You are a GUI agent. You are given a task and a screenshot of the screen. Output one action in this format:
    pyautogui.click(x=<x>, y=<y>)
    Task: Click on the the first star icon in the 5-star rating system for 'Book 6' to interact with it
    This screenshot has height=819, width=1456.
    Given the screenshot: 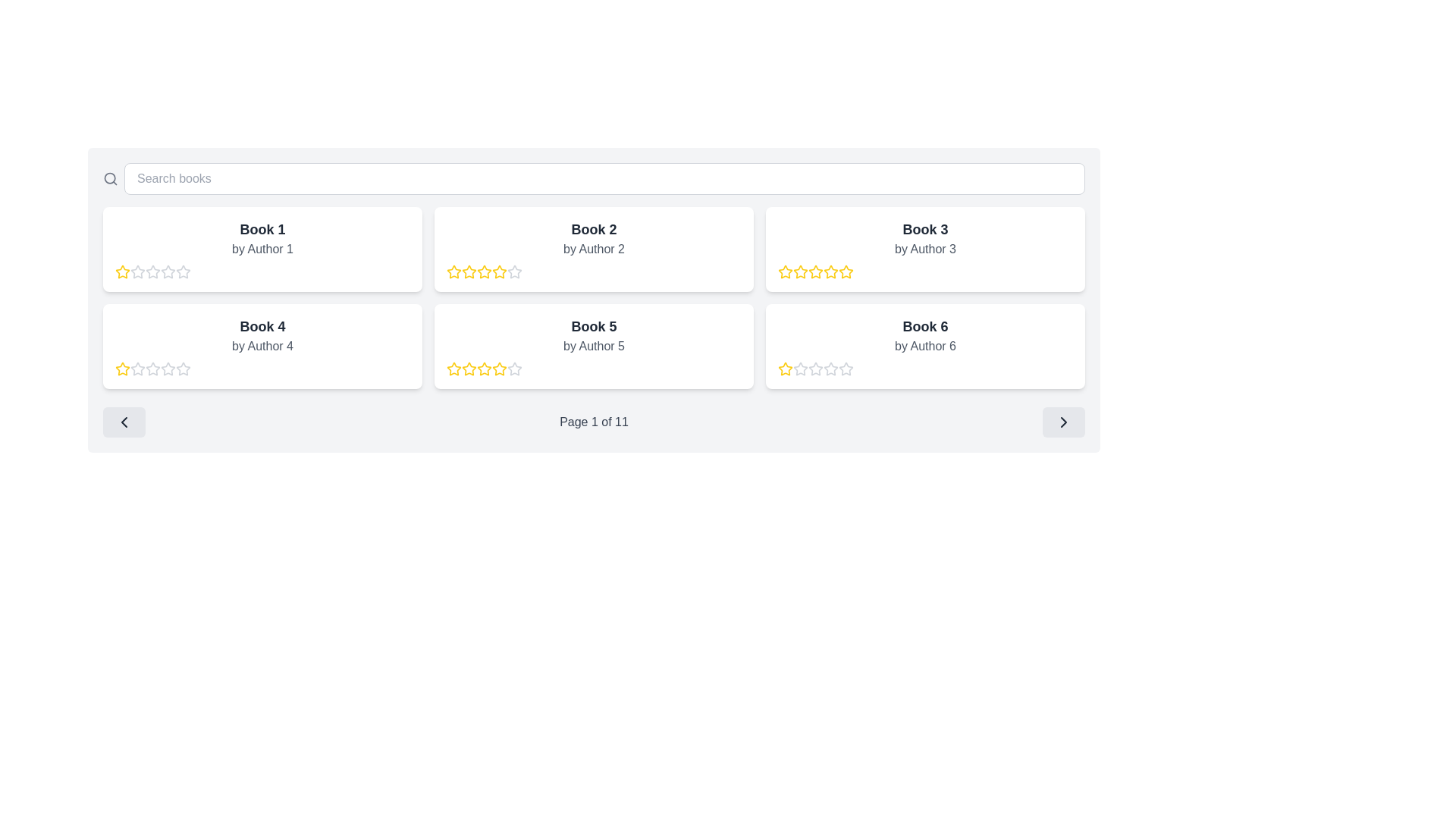 What is the action you would take?
    pyautogui.click(x=786, y=369)
    